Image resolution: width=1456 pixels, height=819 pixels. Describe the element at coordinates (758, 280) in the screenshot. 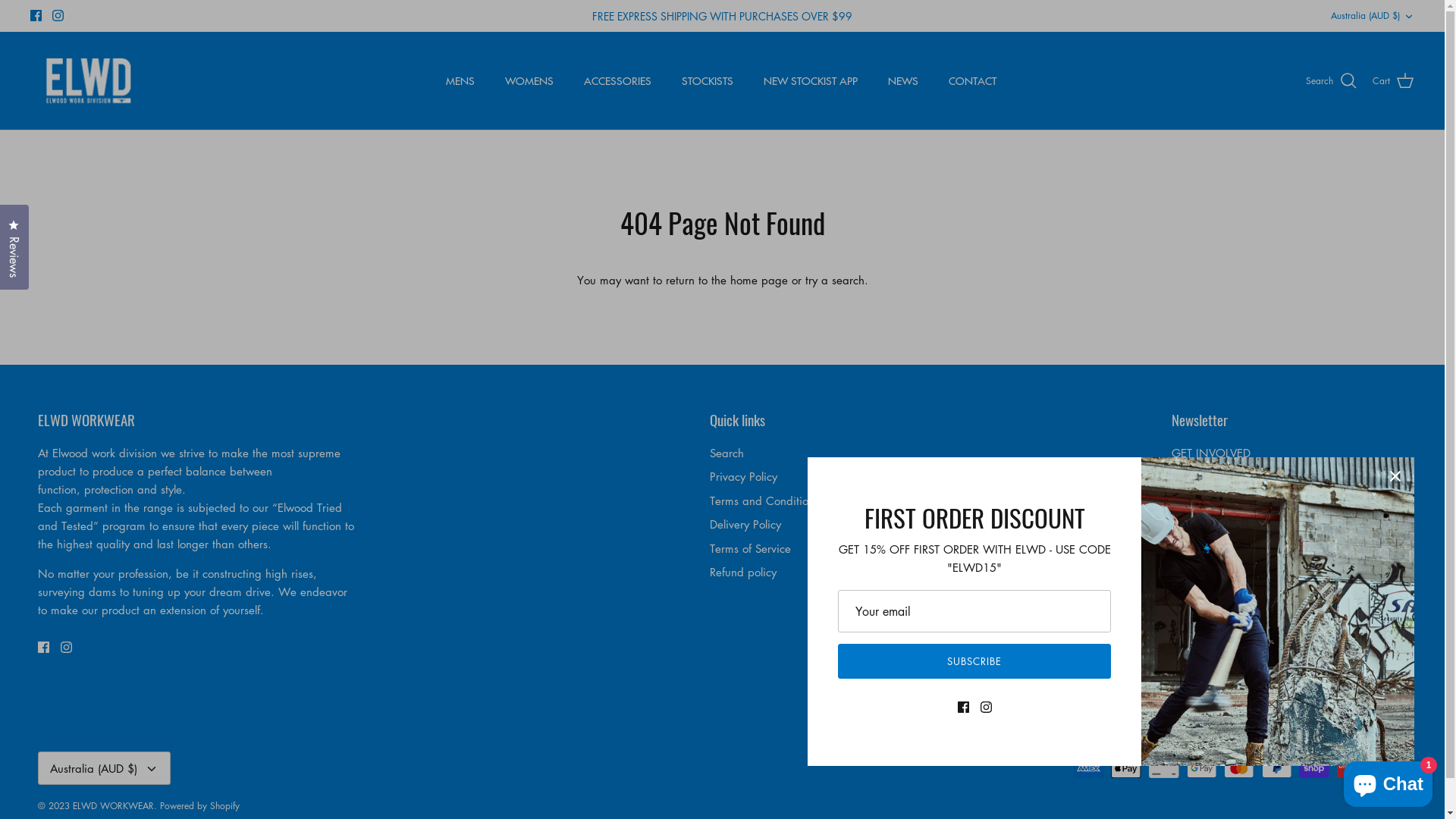

I see `'home page'` at that location.